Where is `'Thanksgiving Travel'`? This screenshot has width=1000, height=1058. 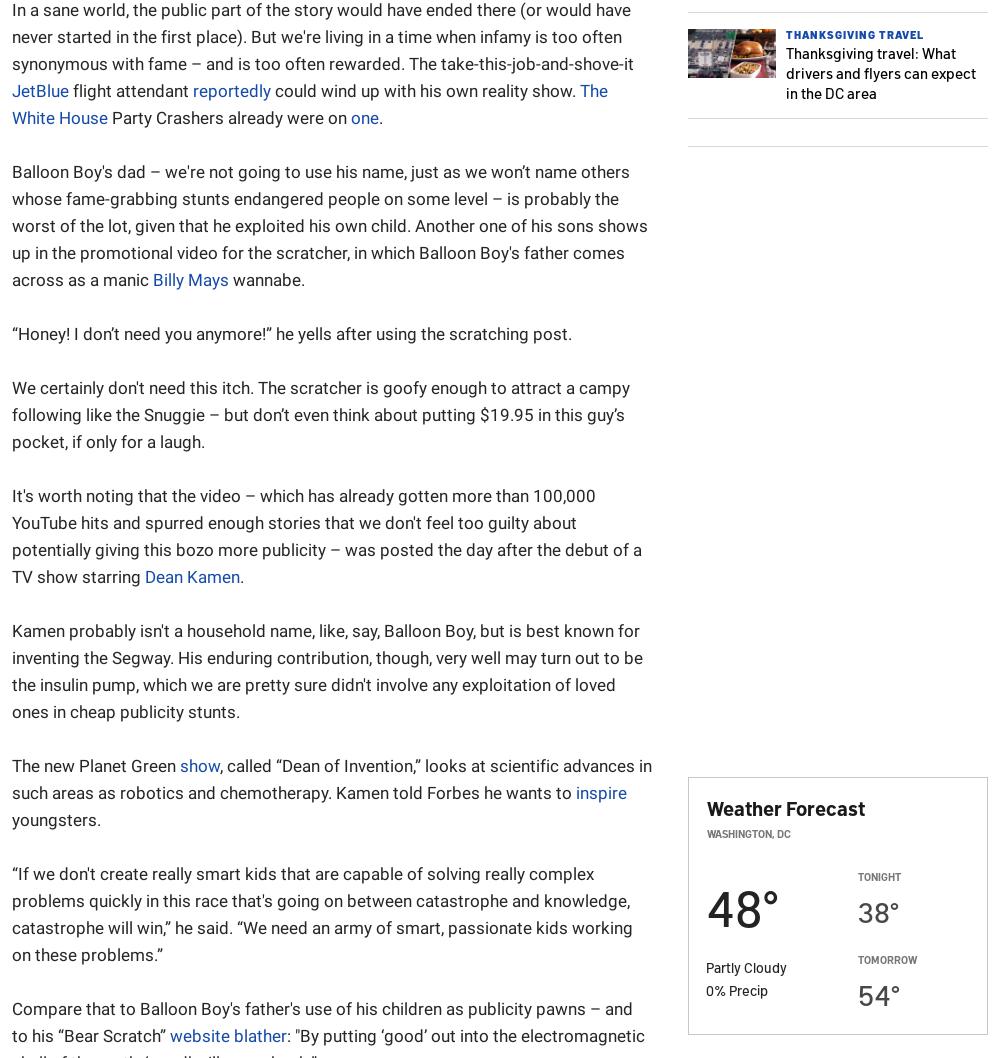
'Thanksgiving Travel' is located at coordinates (786, 33).